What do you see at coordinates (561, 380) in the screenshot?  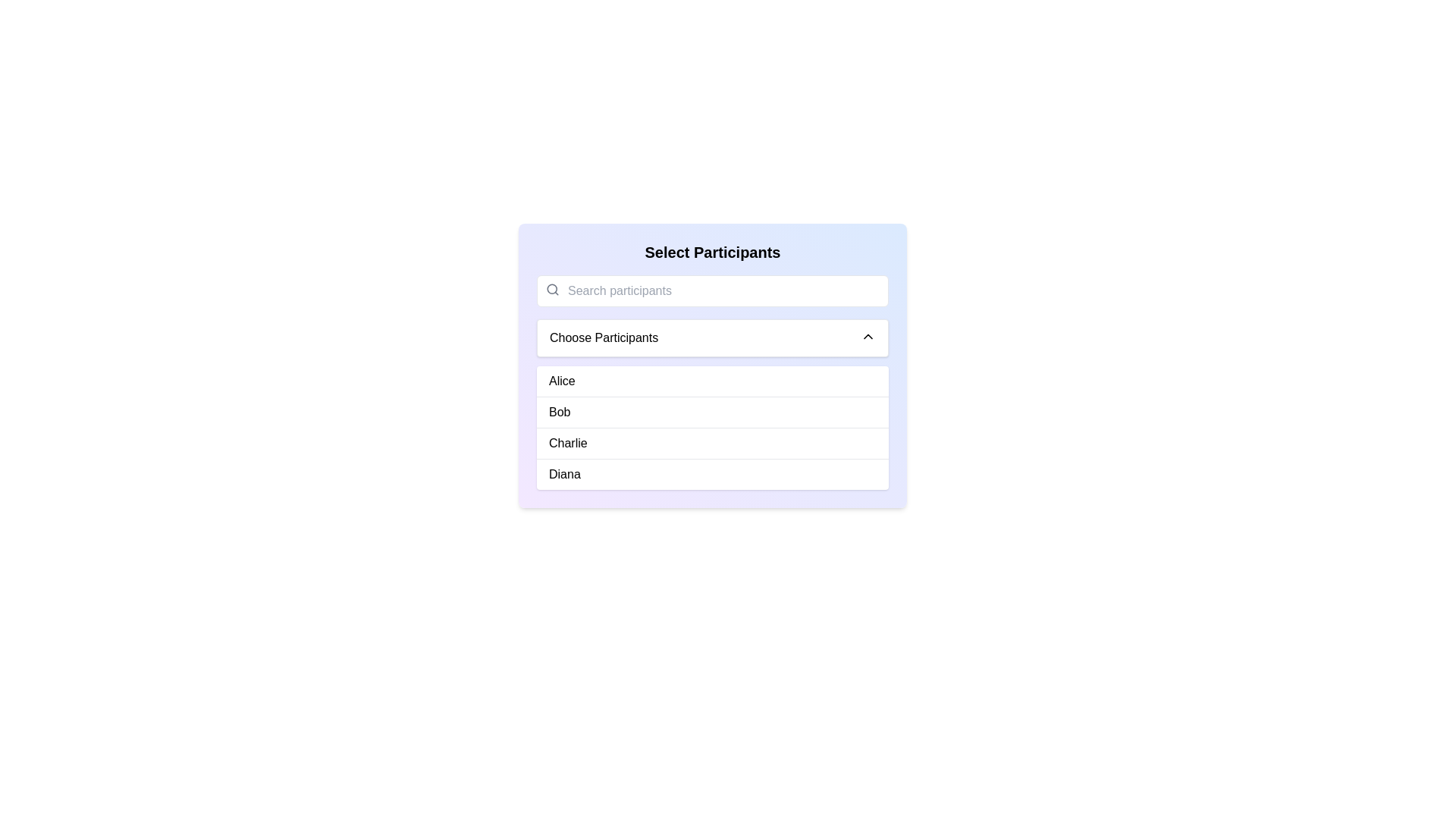 I see `the text label 'Alice' in the selectable list under the header 'Choose Participants'` at bounding box center [561, 380].